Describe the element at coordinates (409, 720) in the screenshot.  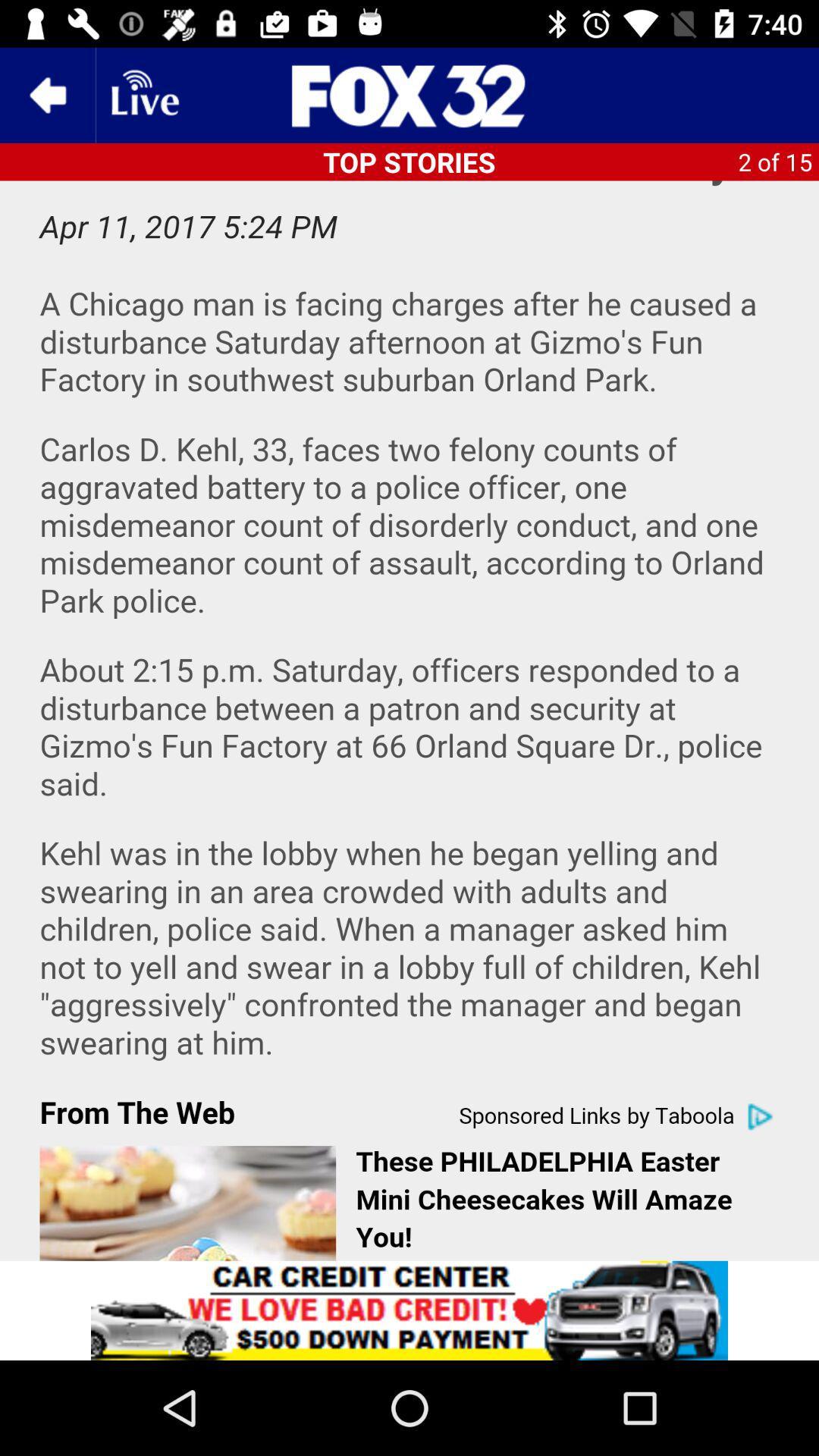
I see `sponsored link` at that location.